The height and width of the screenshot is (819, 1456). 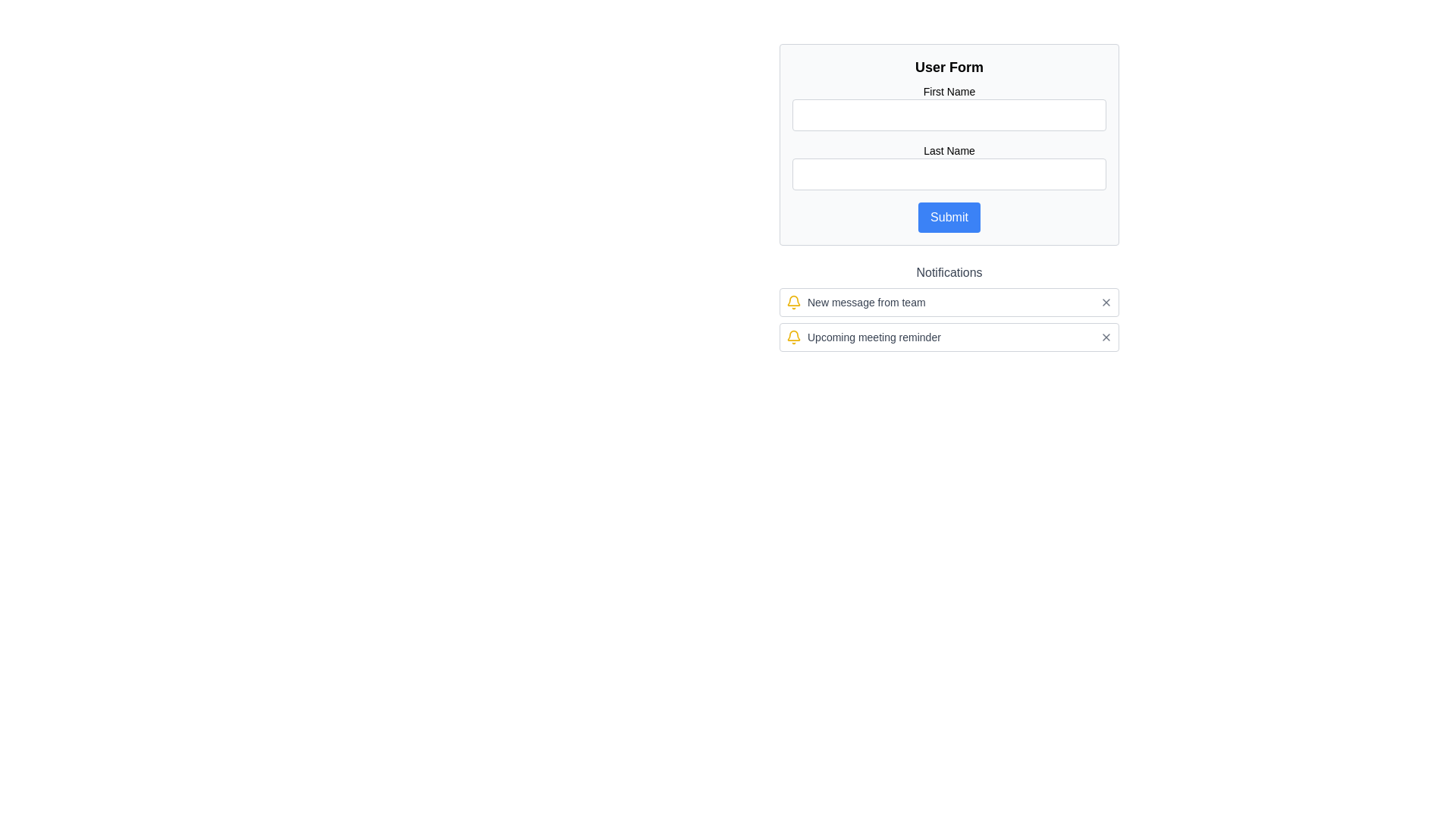 I want to click on notification content of the Text Label that displays 'Upcoming meeting reminder', located below the first notification in the 'Notifications' section, so click(x=863, y=336).